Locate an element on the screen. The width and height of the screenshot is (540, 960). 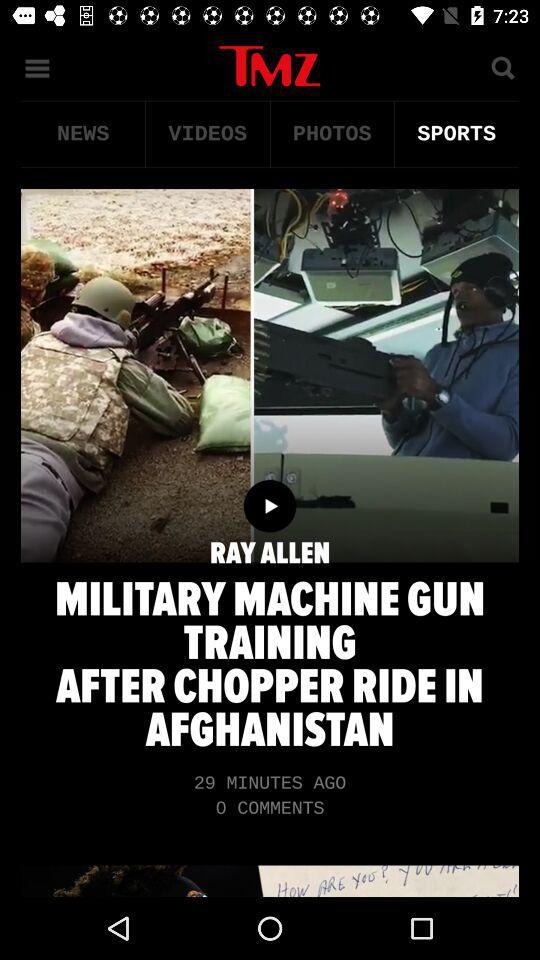
videos icon is located at coordinates (206, 133).